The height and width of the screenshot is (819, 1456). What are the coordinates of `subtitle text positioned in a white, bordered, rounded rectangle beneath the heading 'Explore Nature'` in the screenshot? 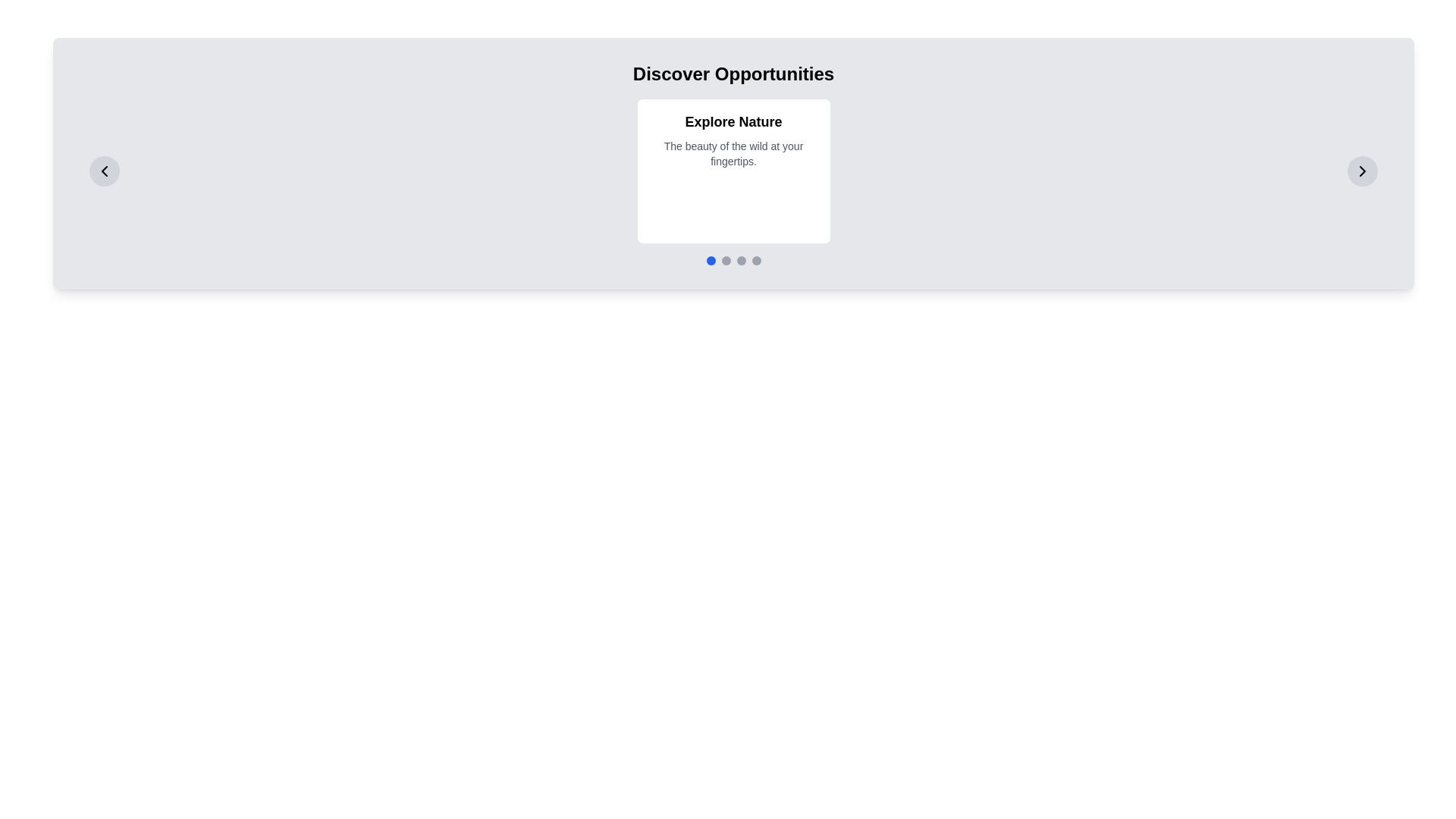 It's located at (733, 154).